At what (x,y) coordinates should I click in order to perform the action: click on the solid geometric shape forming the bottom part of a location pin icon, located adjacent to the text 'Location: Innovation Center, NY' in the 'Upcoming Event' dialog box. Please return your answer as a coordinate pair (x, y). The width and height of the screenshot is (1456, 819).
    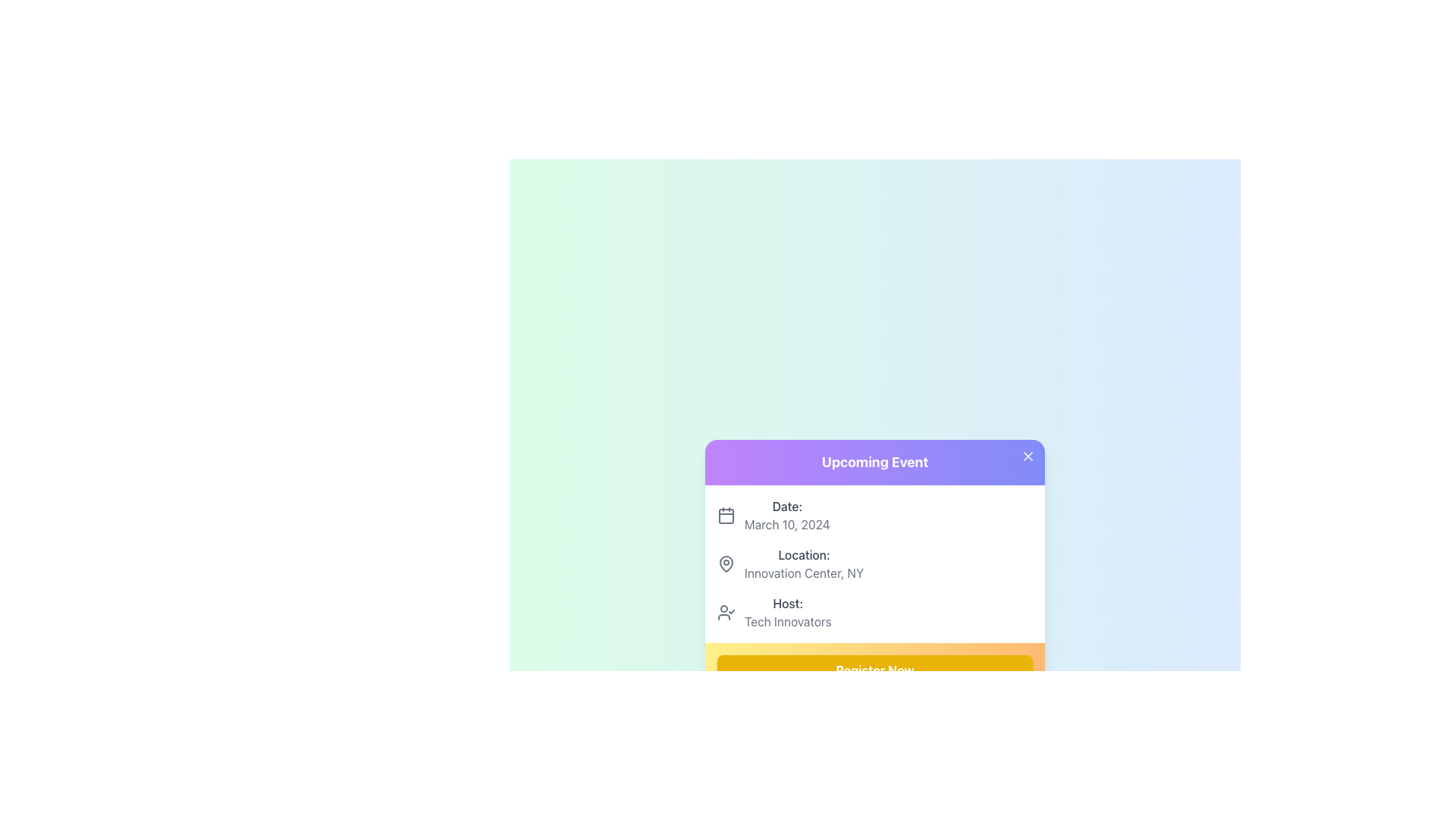
    Looking at the image, I should click on (726, 563).